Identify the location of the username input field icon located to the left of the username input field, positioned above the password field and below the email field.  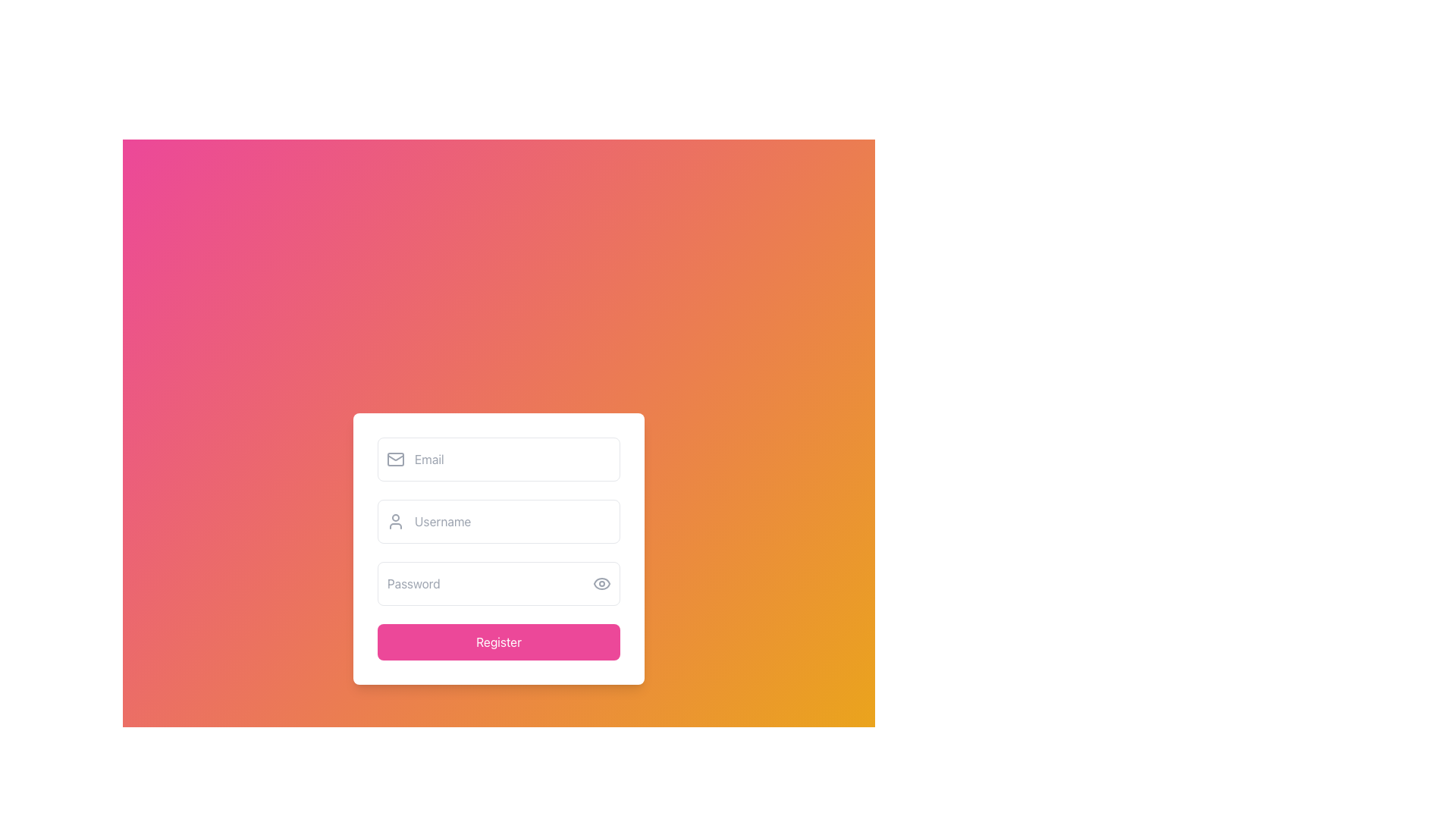
(396, 520).